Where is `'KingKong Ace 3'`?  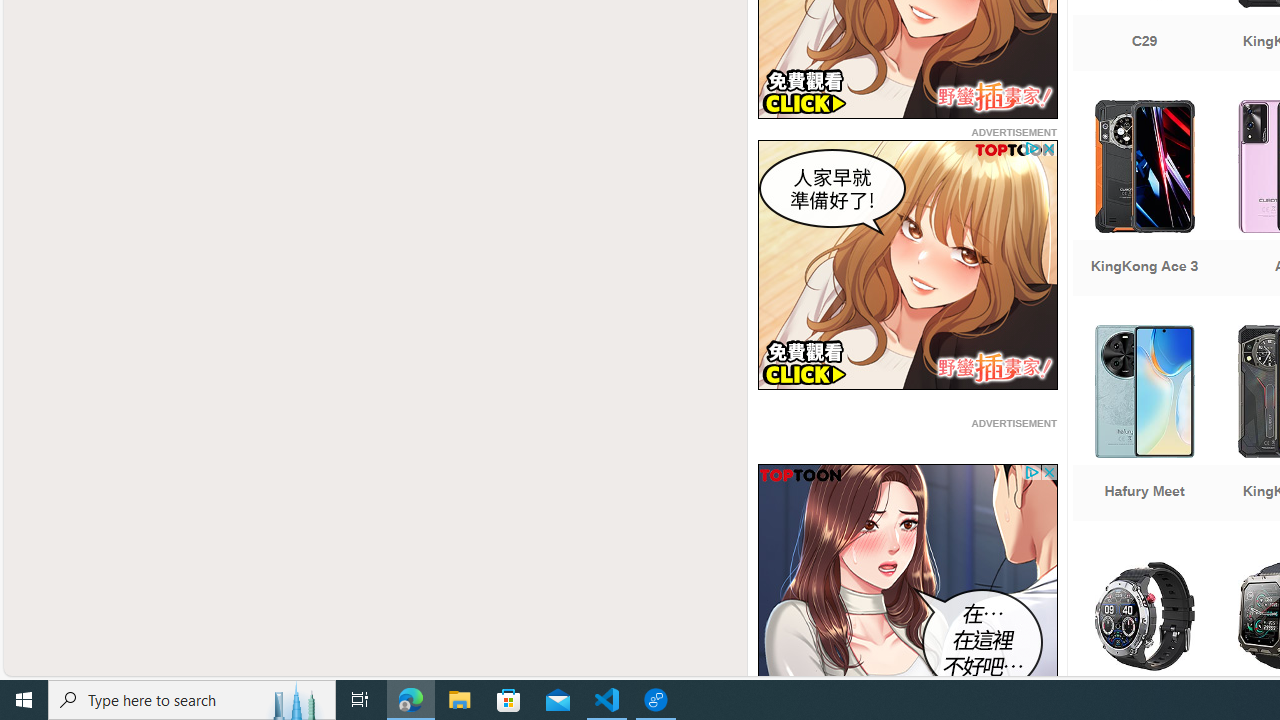 'KingKong Ace 3' is located at coordinates (1144, 200).